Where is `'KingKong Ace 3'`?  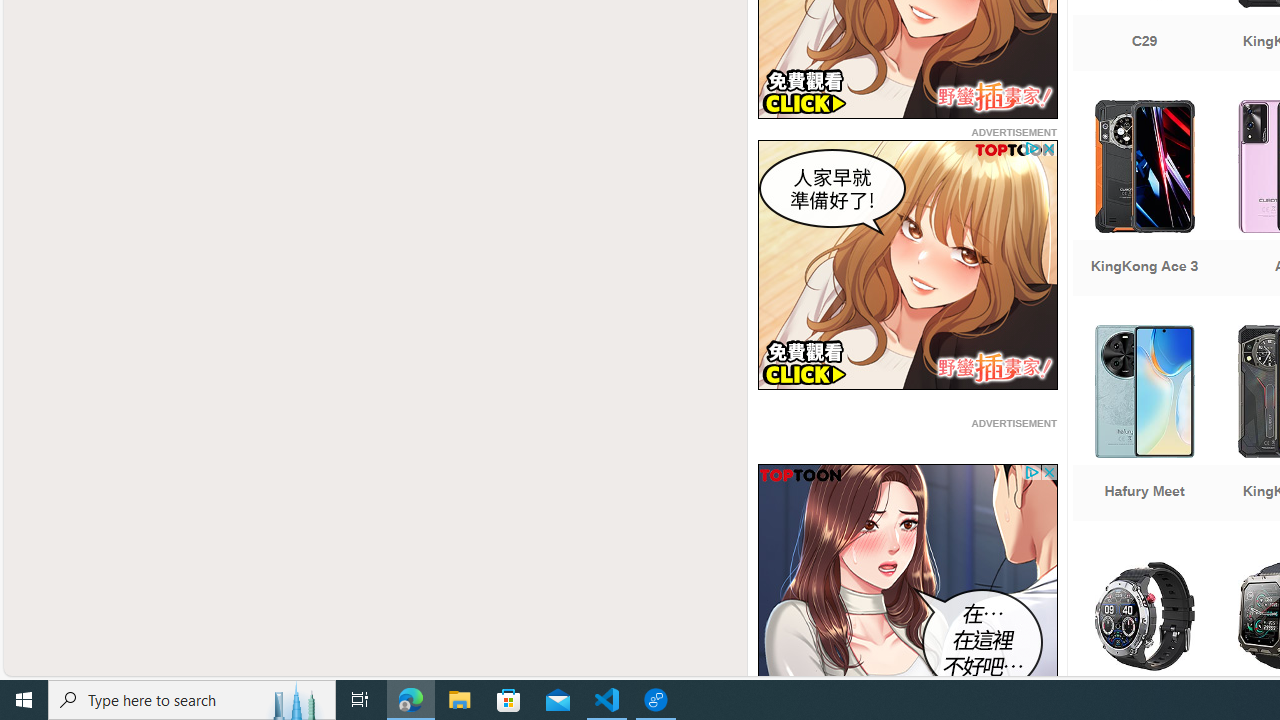 'KingKong Ace 3' is located at coordinates (1144, 200).